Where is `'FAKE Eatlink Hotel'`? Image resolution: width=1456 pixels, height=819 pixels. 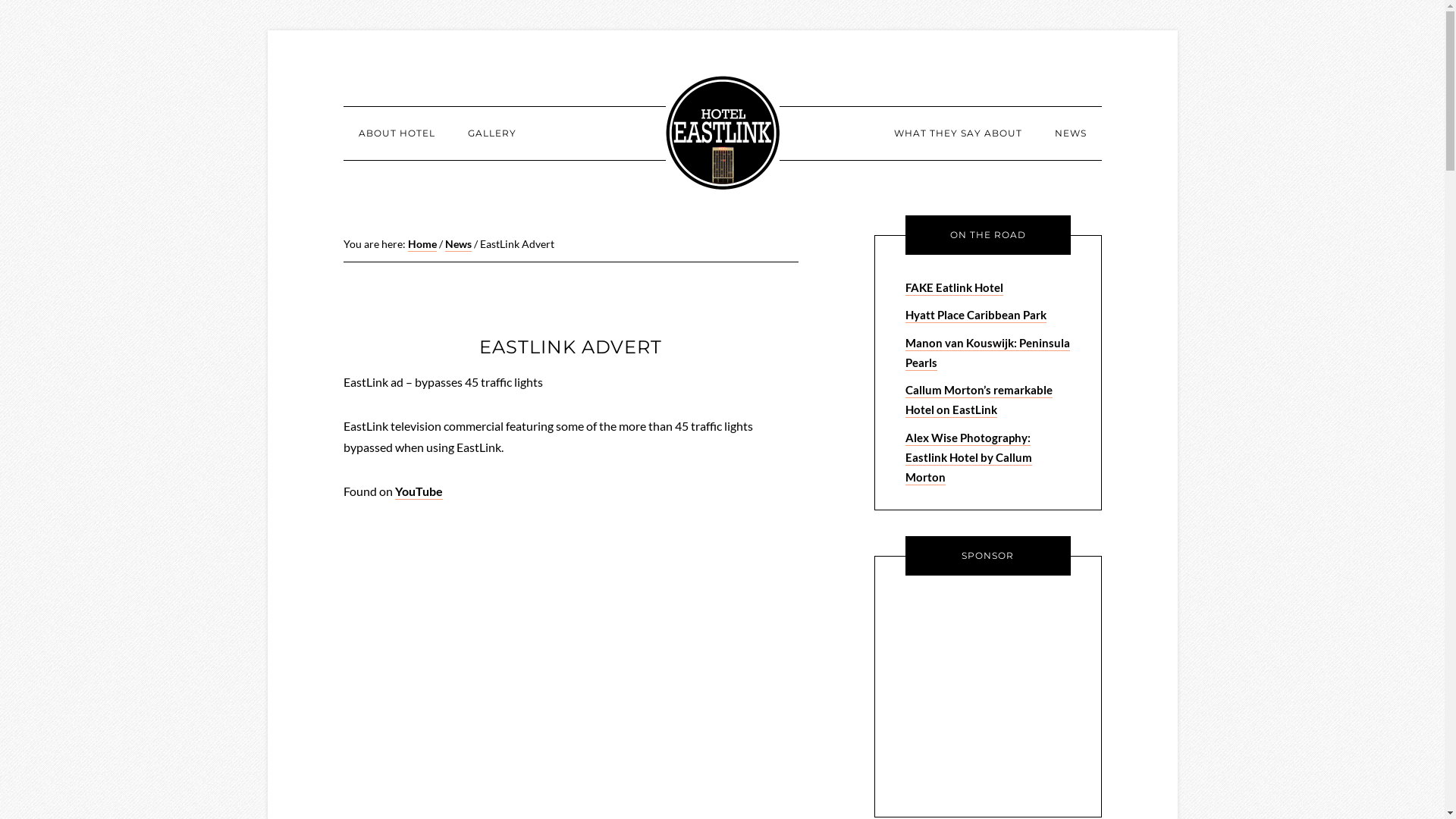
'FAKE Eatlink Hotel' is located at coordinates (905, 288).